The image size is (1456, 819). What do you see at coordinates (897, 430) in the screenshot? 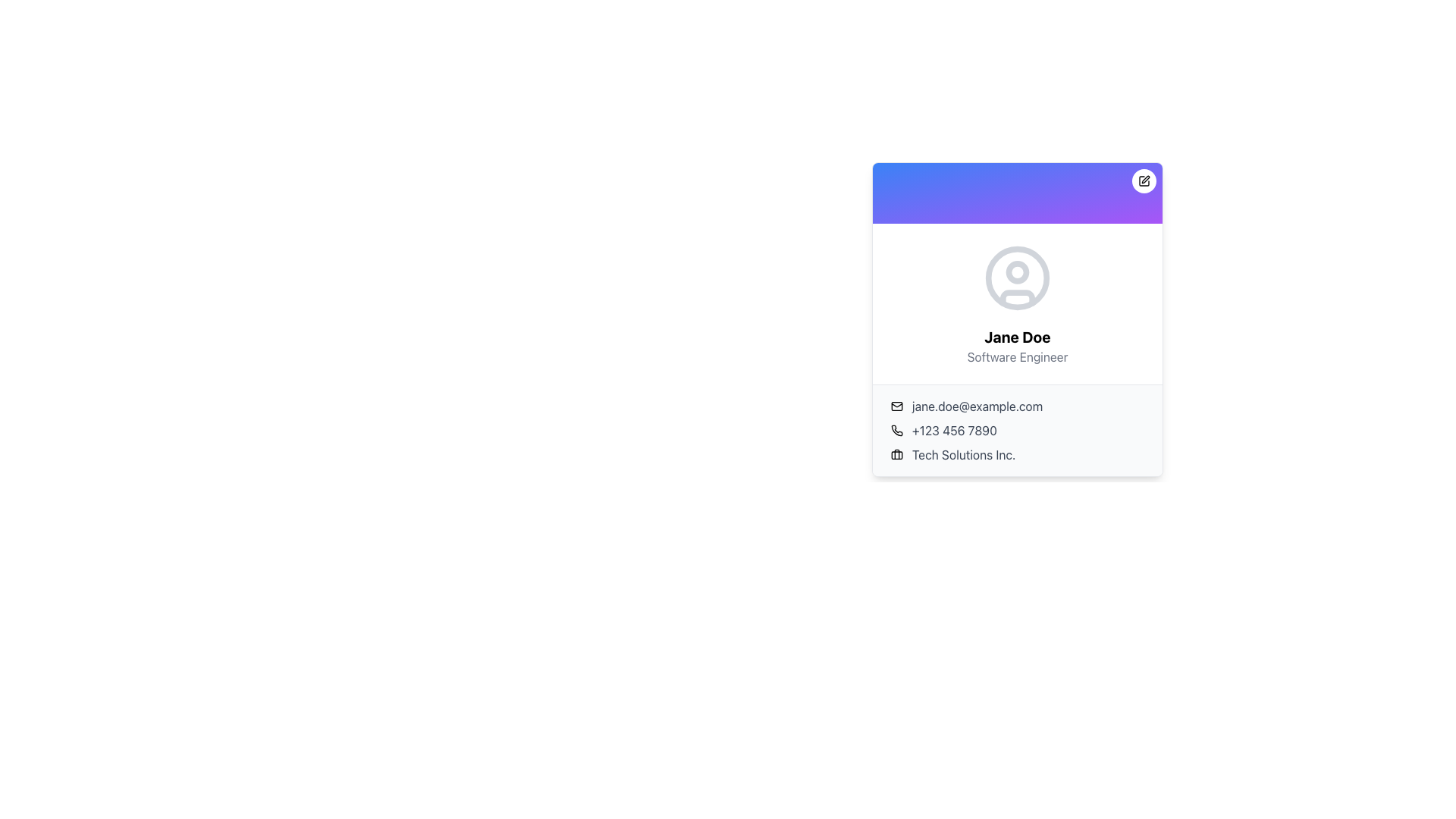
I see `the telephone icon that precedes the phone number '+123 456 7890' in the profile card as a visual indicator` at bounding box center [897, 430].